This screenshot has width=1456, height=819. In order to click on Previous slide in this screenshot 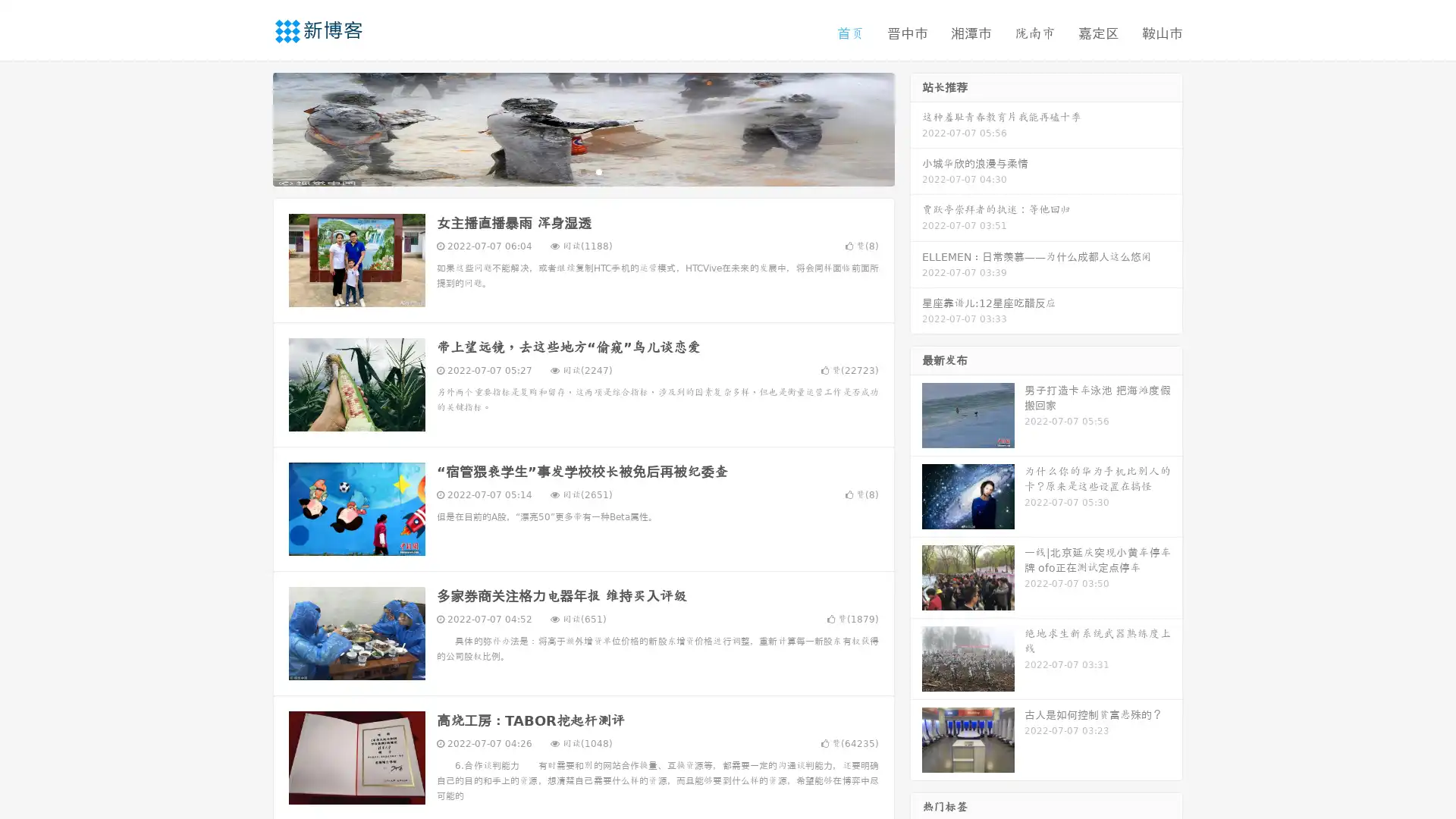, I will do `click(250, 127)`.